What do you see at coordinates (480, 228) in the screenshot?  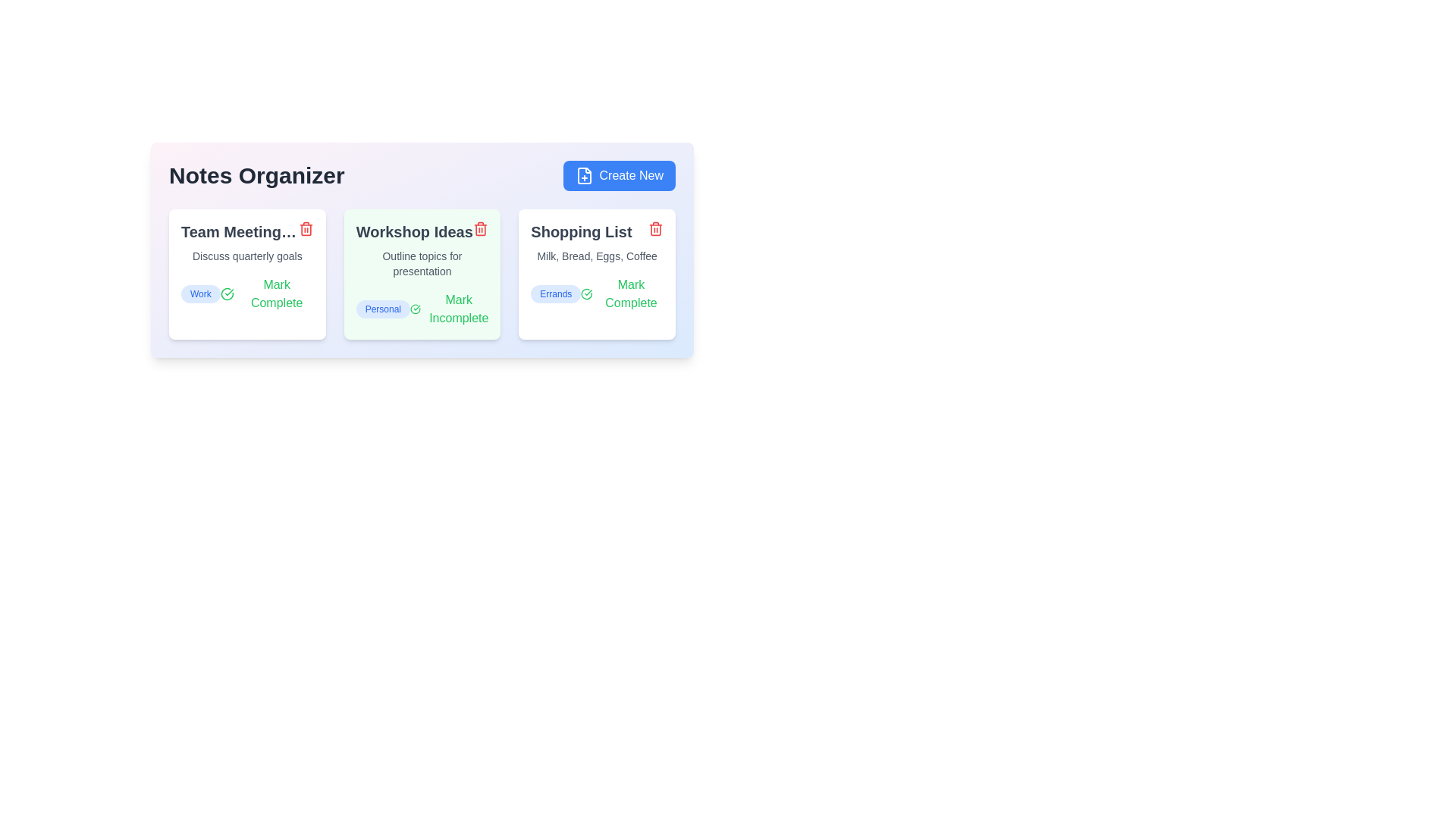 I see `delete button for the note titled Workshop Ideas` at bounding box center [480, 228].